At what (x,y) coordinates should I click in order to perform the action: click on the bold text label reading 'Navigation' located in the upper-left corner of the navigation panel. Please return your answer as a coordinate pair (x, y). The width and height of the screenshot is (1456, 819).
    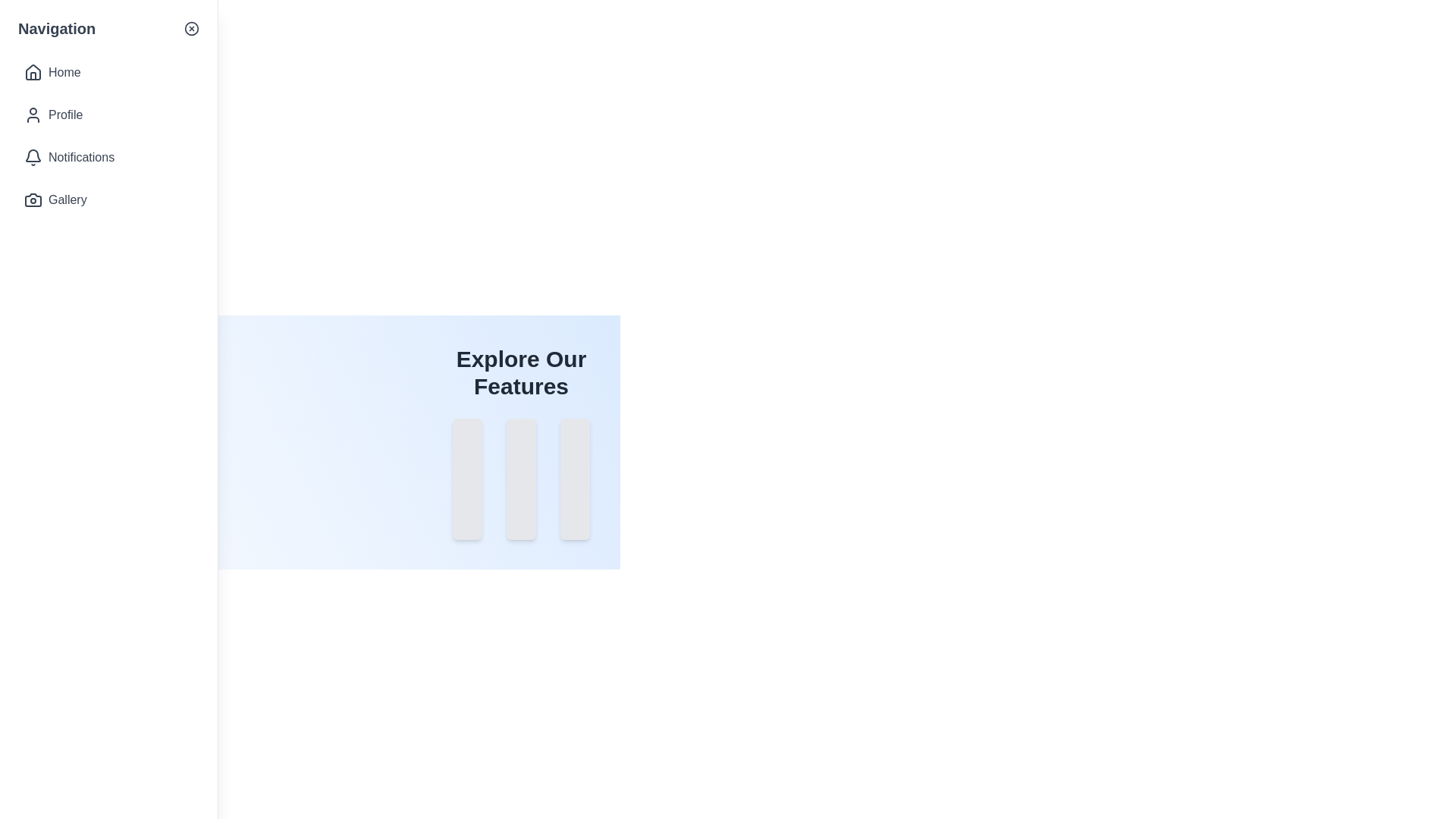
    Looking at the image, I should click on (57, 29).